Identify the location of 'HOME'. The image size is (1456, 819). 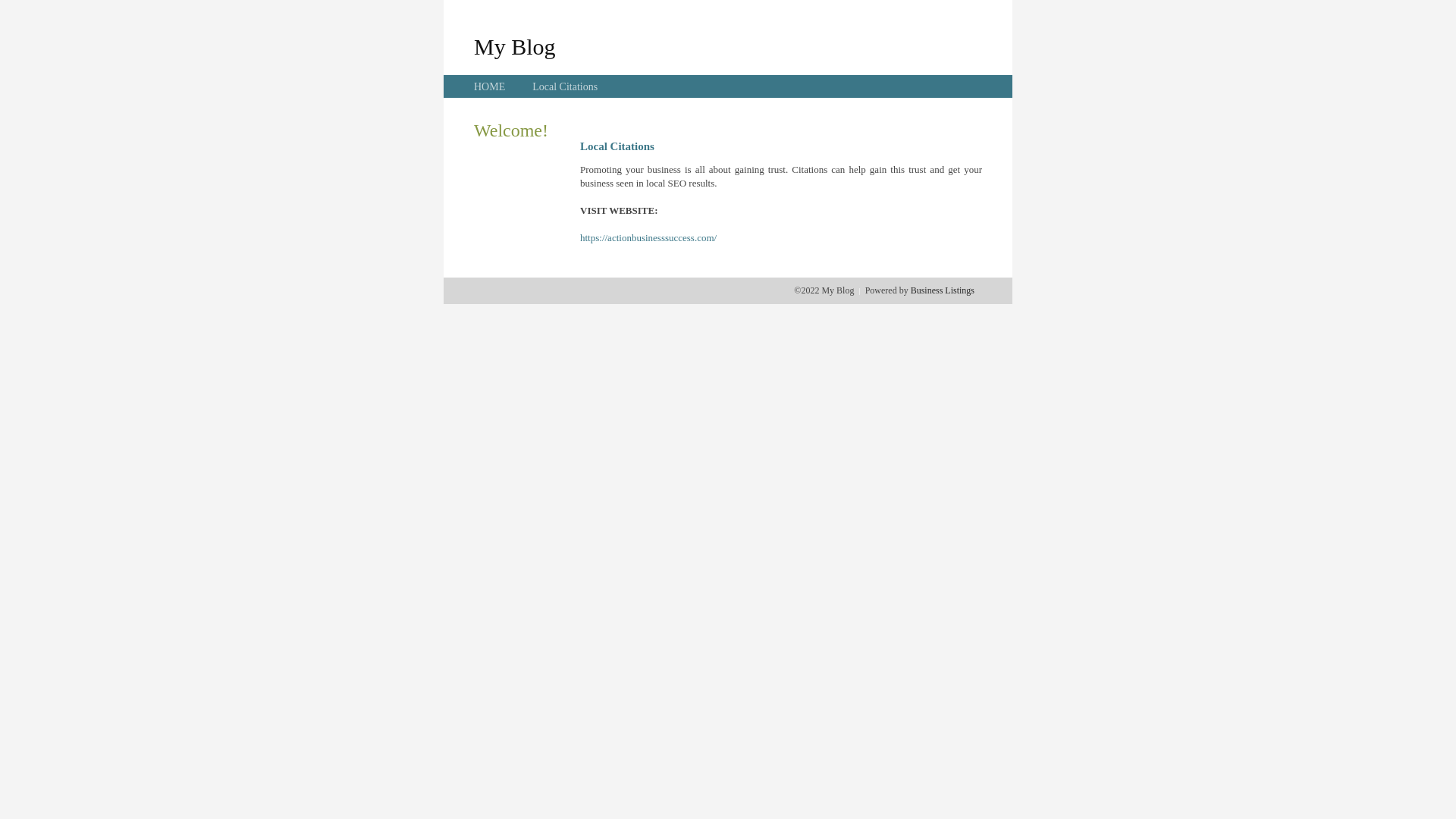
(472, 86).